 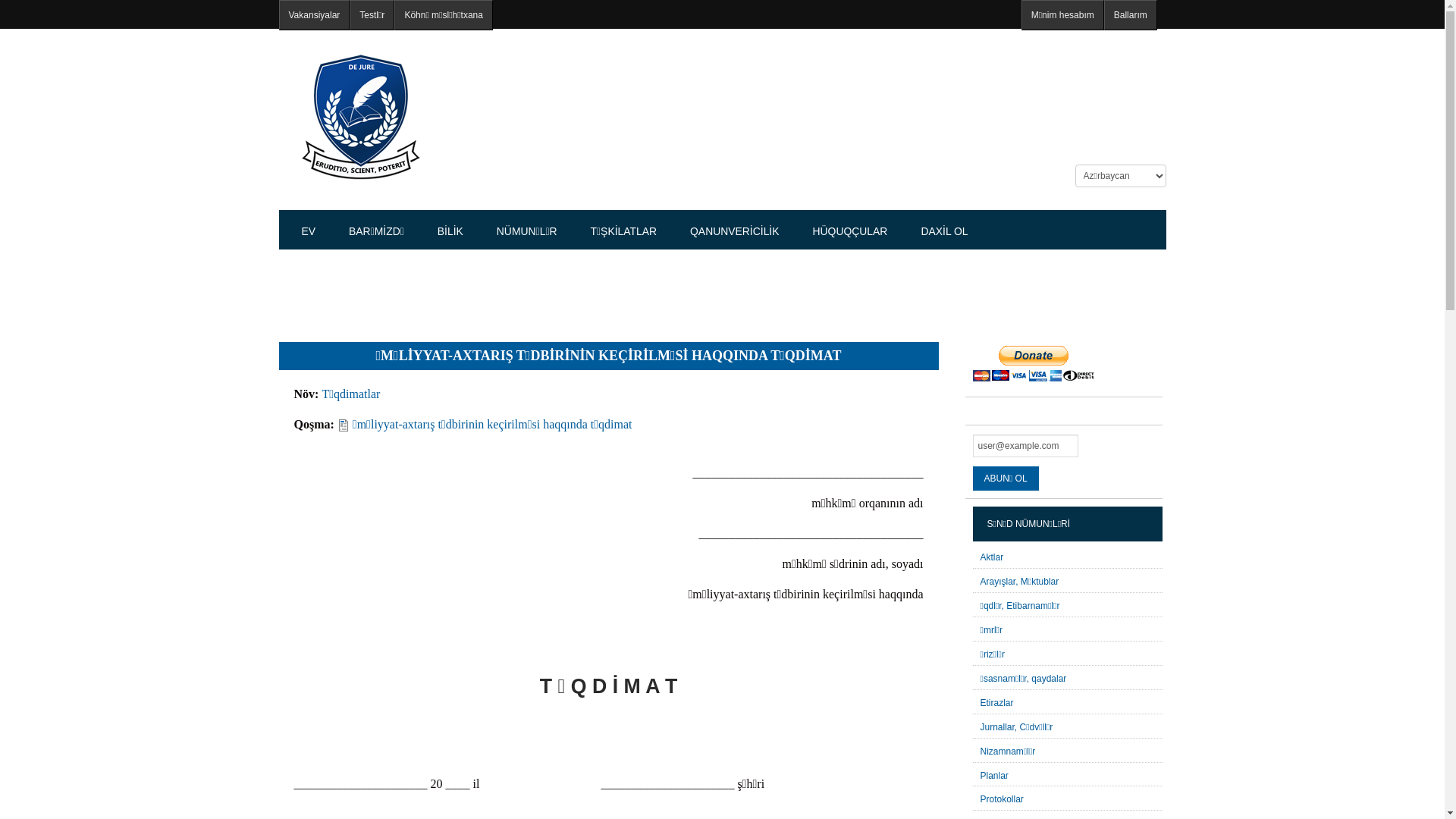 What do you see at coordinates (996, 702) in the screenshot?
I see `'Etirazlar'` at bounding box center [996, 702].